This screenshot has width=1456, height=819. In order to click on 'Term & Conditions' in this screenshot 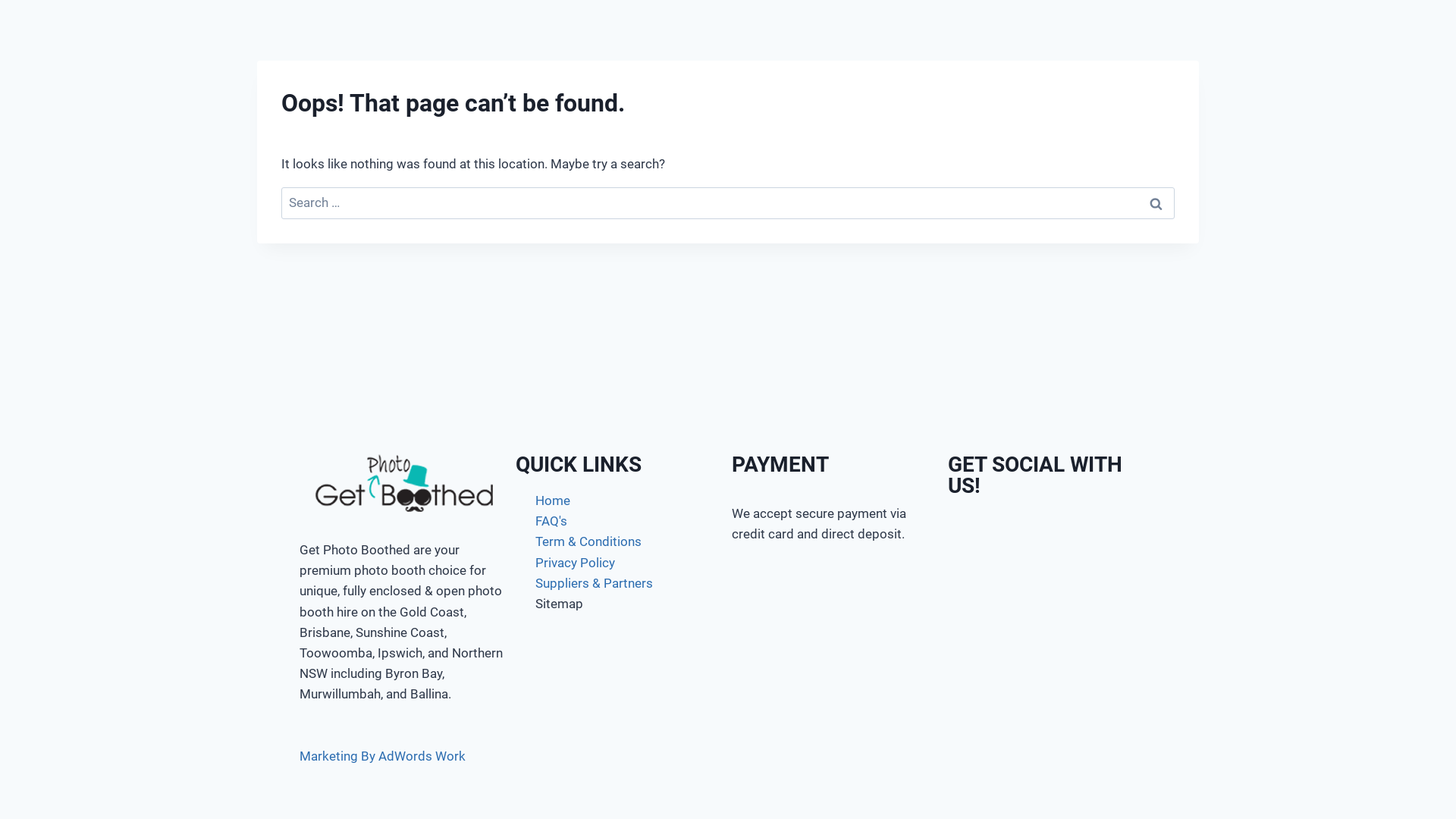, I will do `click(620, 541)`.